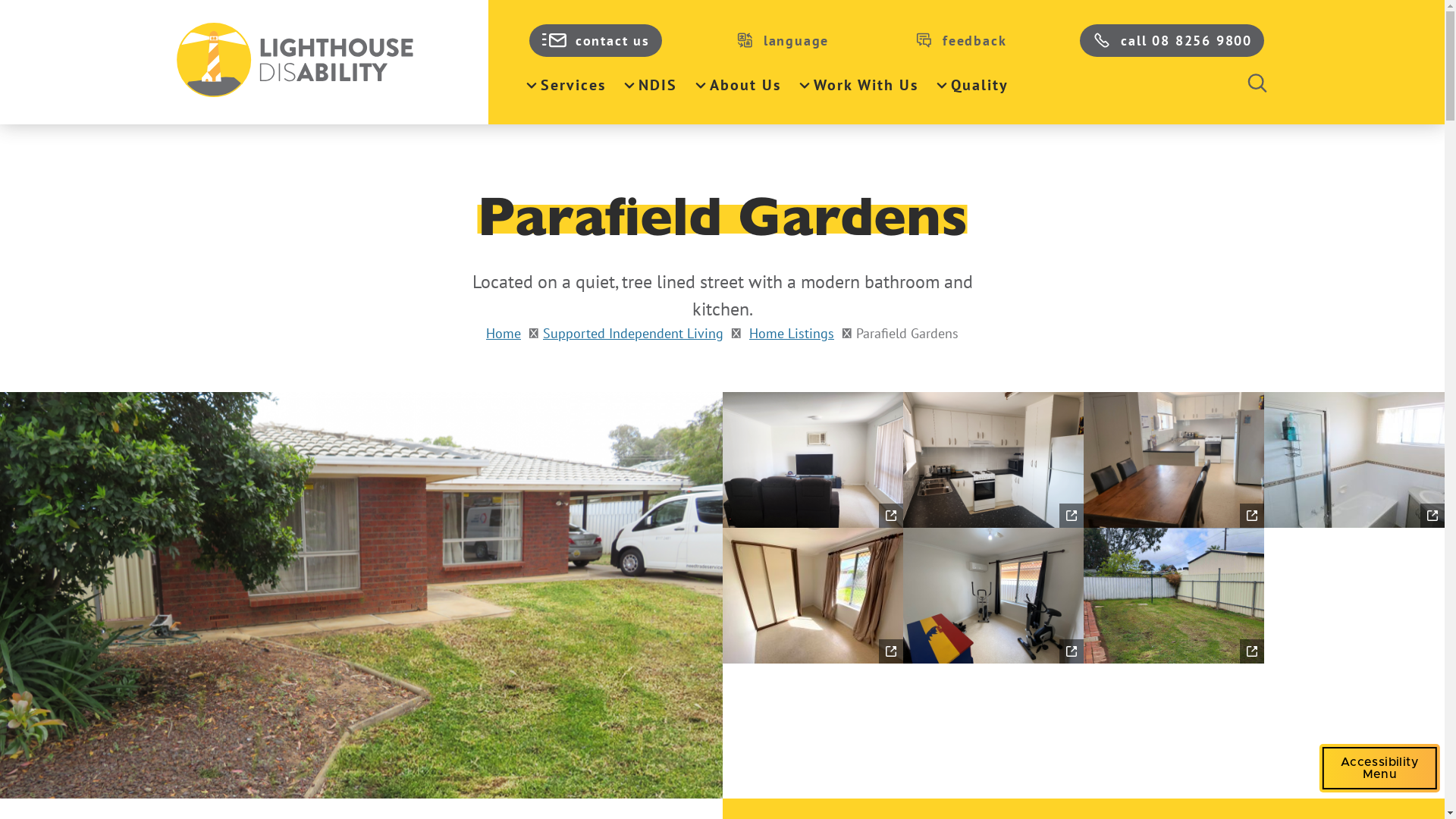  I want to click on 'About Us', so click(738, 85).